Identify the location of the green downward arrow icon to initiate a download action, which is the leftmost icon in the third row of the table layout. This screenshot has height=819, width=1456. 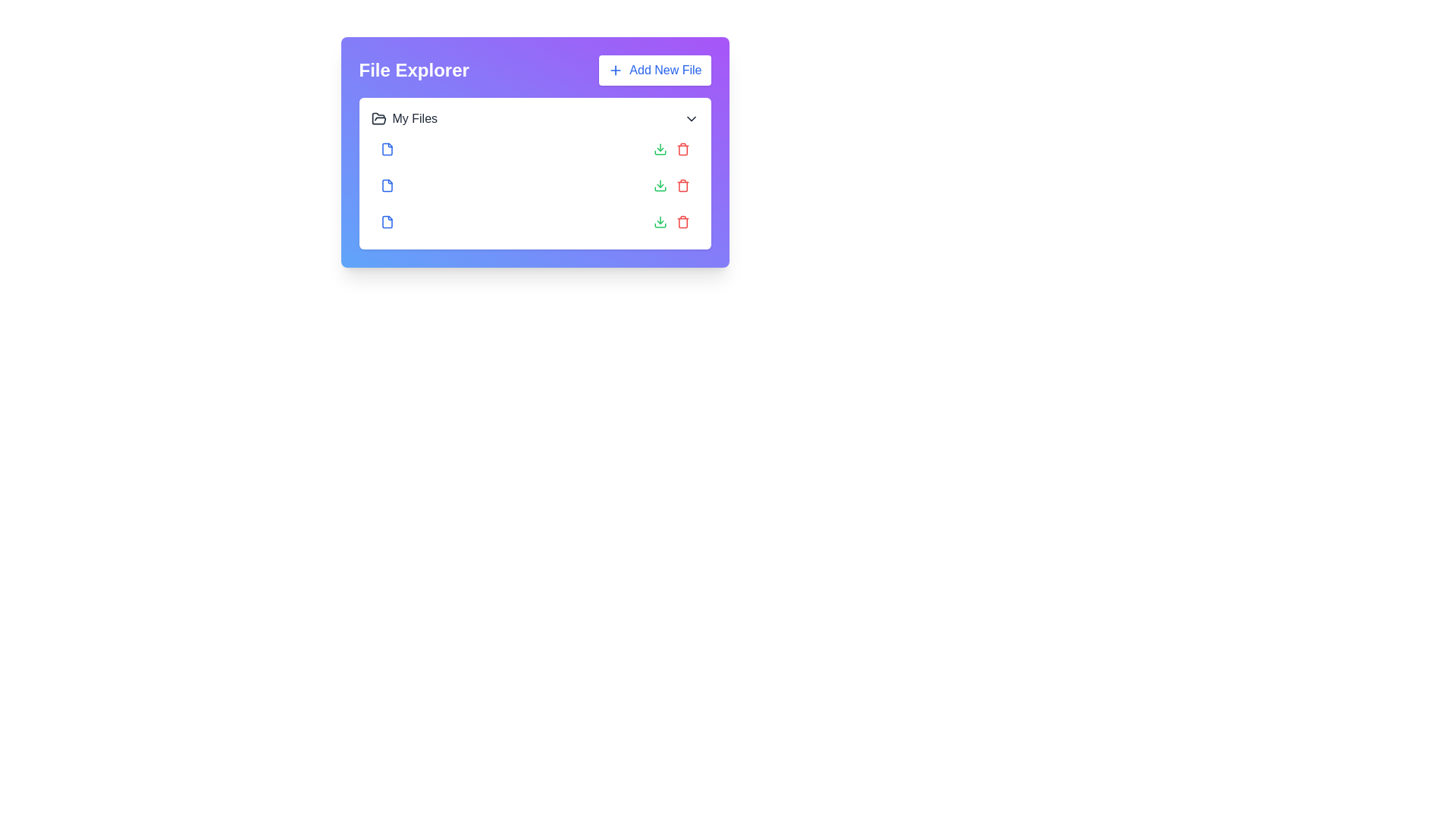
(660, 149).